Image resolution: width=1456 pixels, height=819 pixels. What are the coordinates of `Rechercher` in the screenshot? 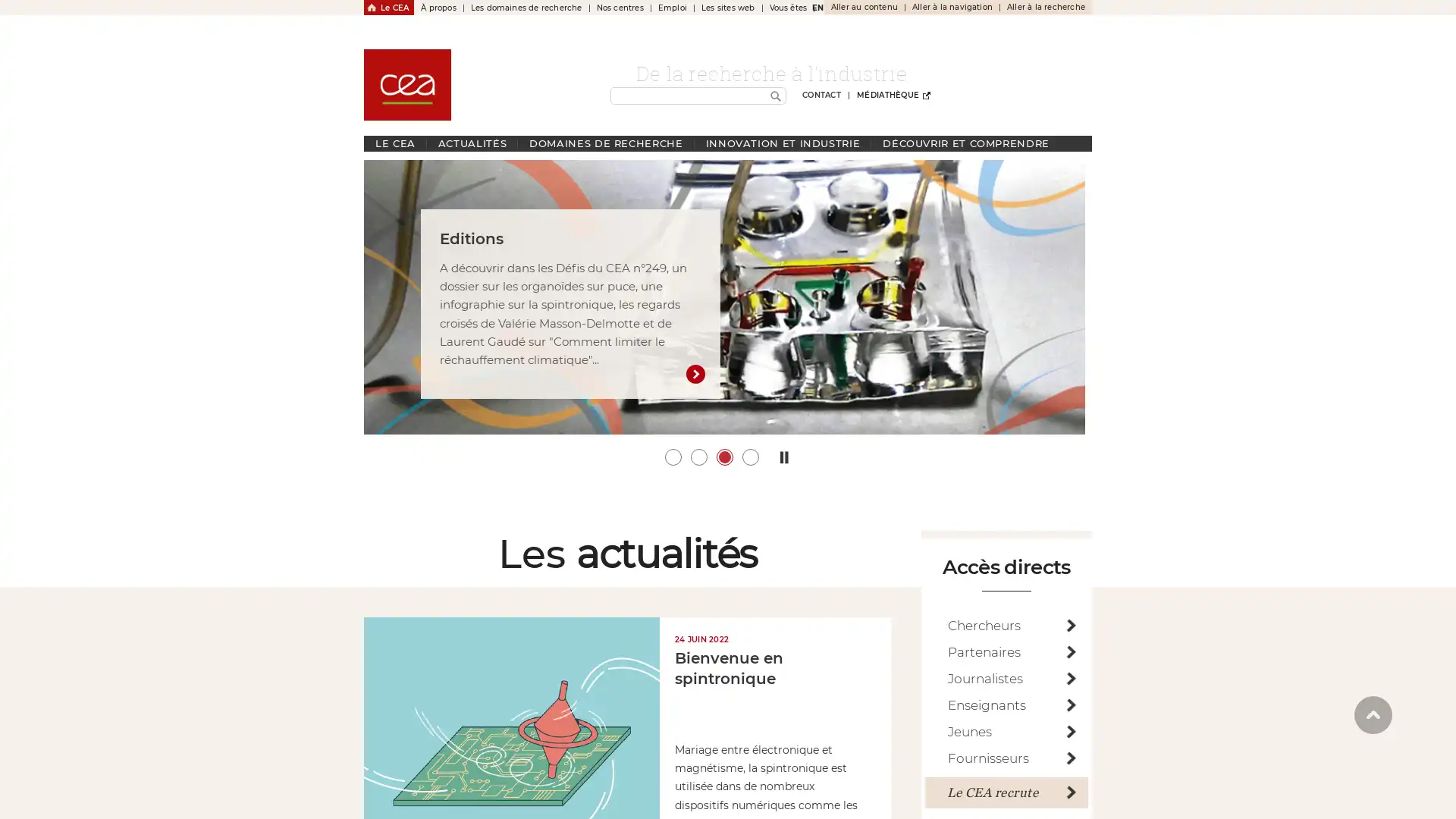 It's located at (775, 96).